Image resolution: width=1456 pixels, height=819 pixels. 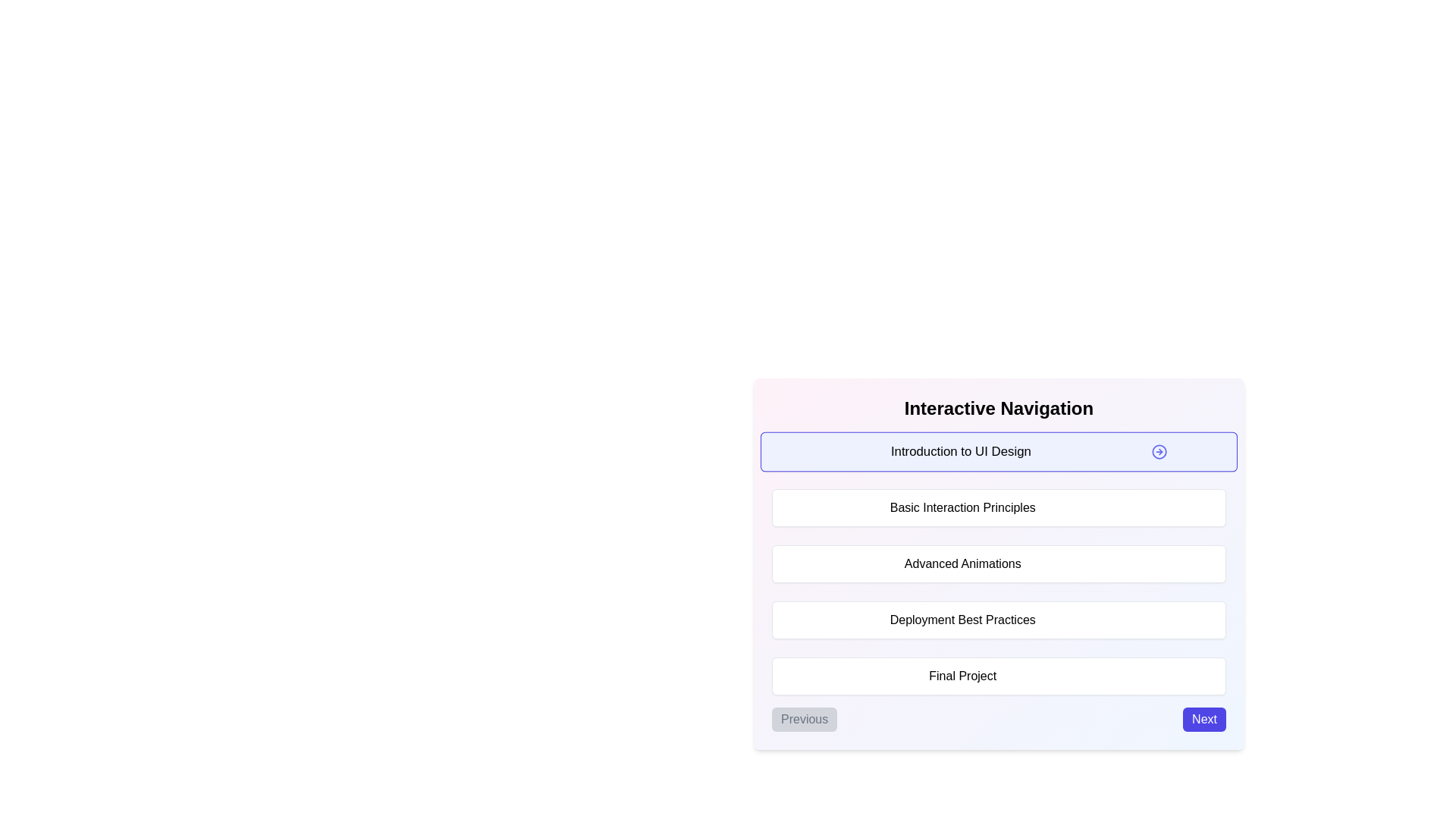 I want to click on the 'Next' button to navigate to the next step, so click(x=1203, y=718).